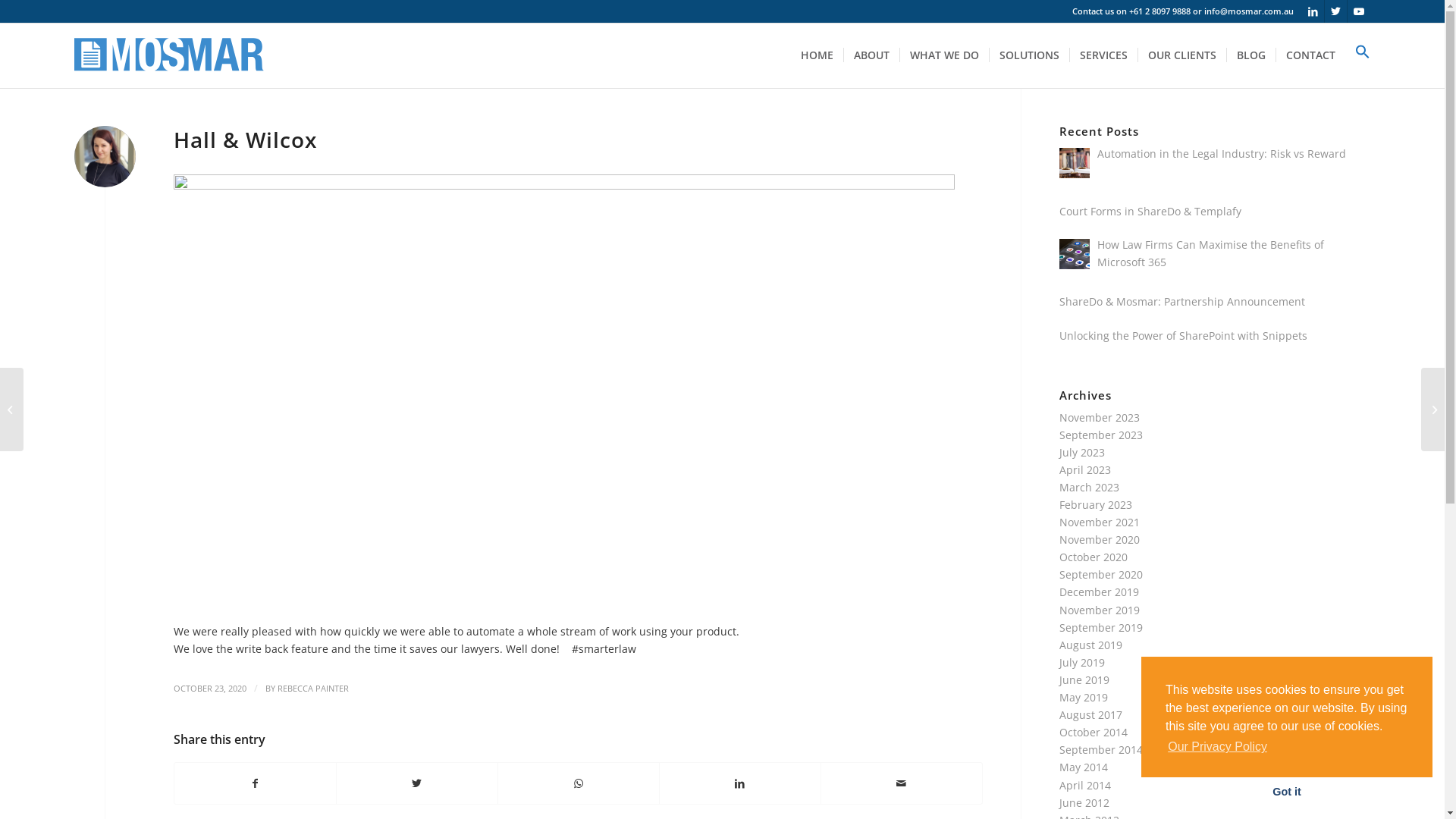 The width and height of the screenshot is (1456, 819). Describe the element at coordinates (1058, 802) in the screenshot. I see `'June 2012'` at that location.